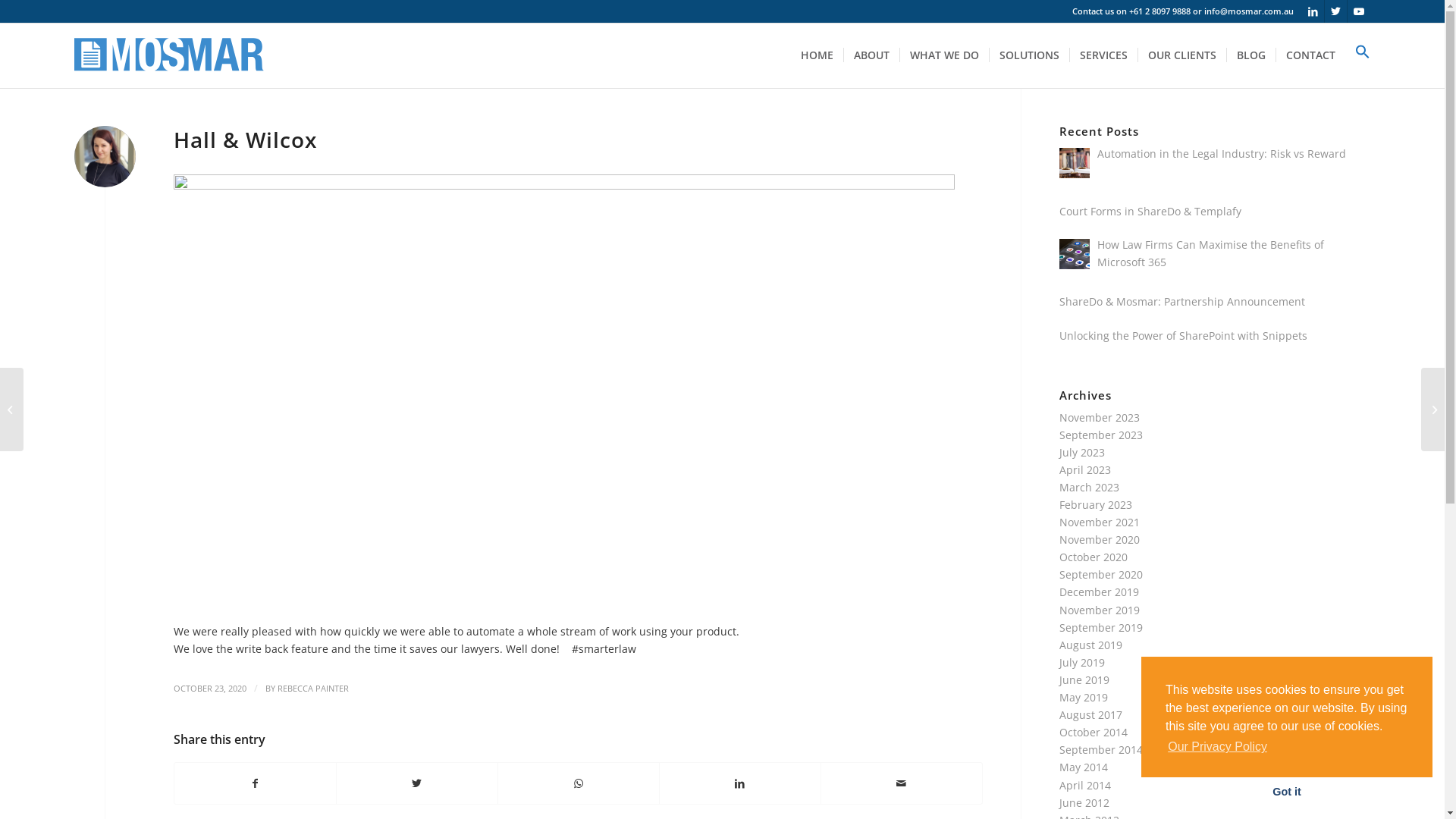 The width and height of the screenshot is (1456, 819). Describe the element at coordinates (1058, 802) in the screenshot. I see `'June 2012'` at that location.